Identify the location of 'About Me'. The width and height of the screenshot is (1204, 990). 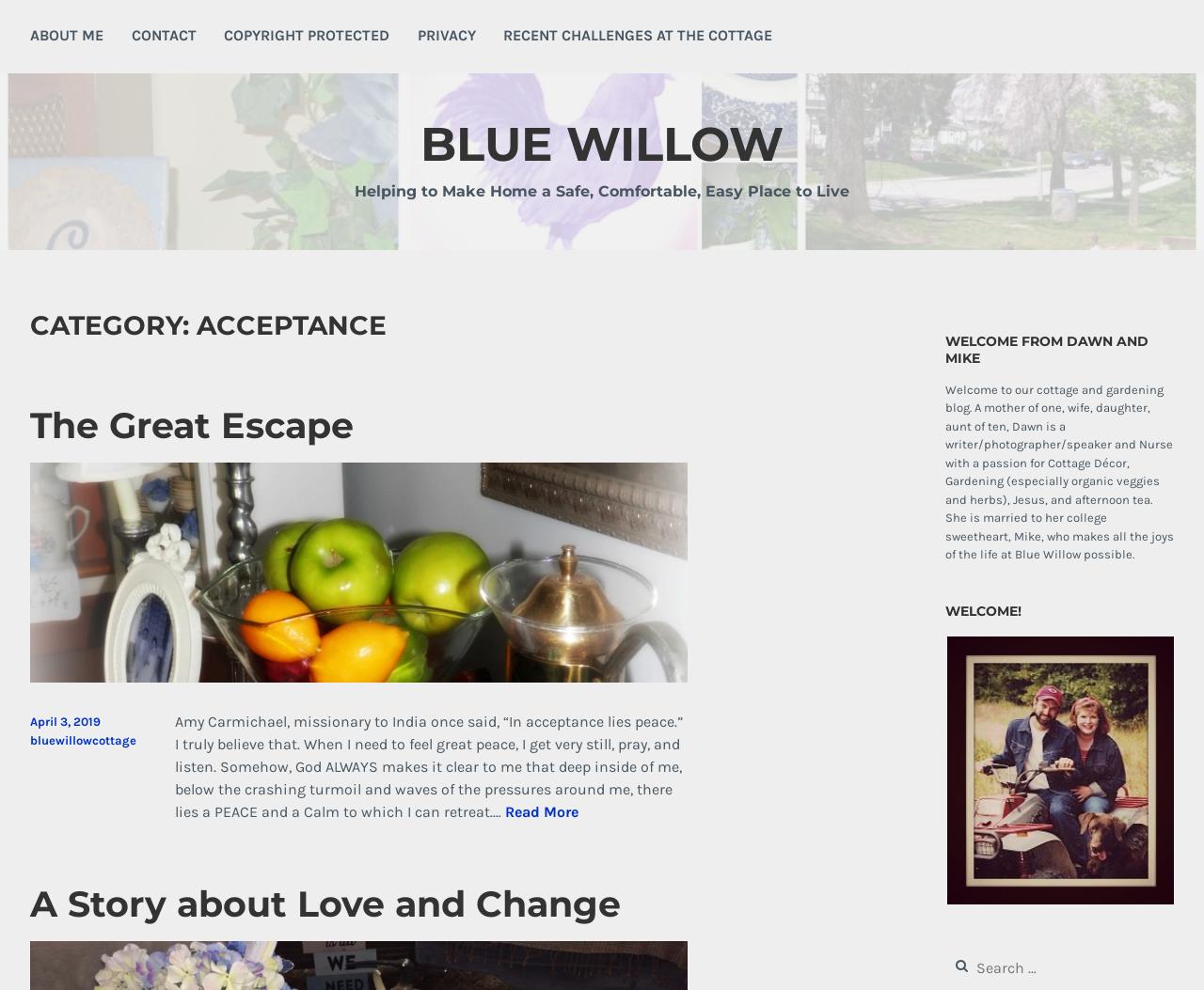
(67, 34).